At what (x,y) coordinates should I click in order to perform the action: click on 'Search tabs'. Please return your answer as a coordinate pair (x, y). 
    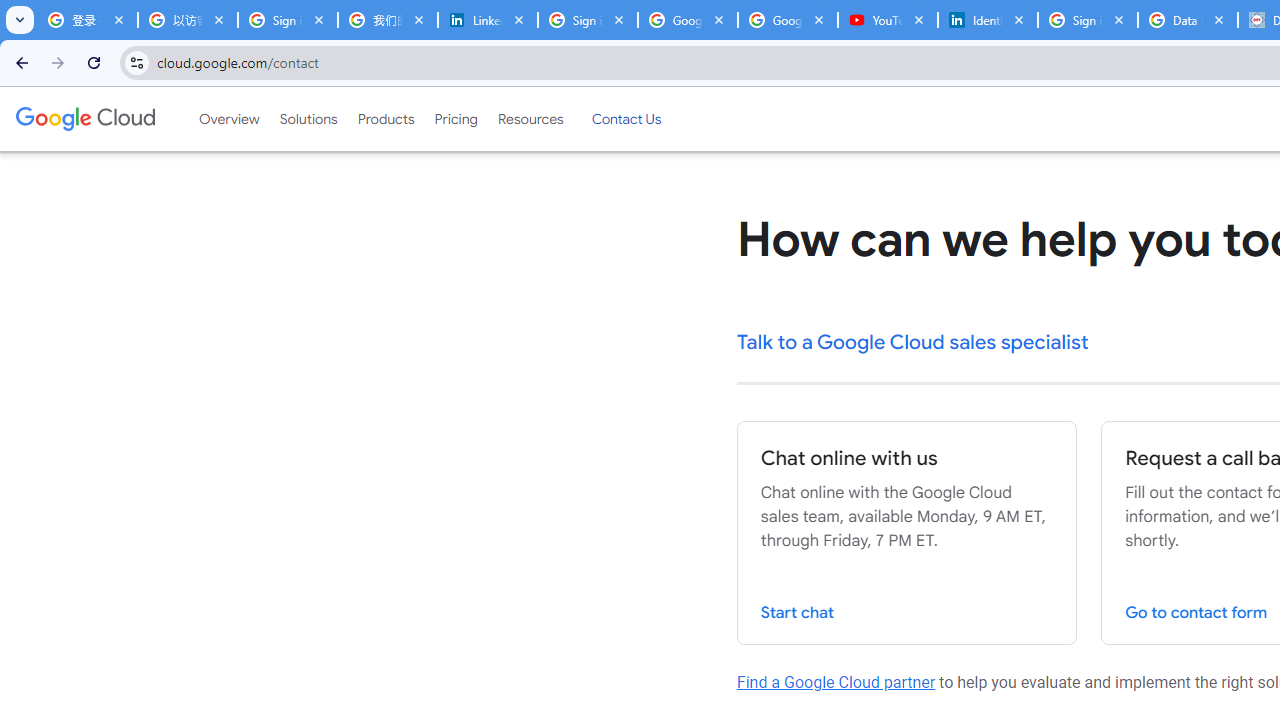
    Looking at the image, I should click on (20, 20).